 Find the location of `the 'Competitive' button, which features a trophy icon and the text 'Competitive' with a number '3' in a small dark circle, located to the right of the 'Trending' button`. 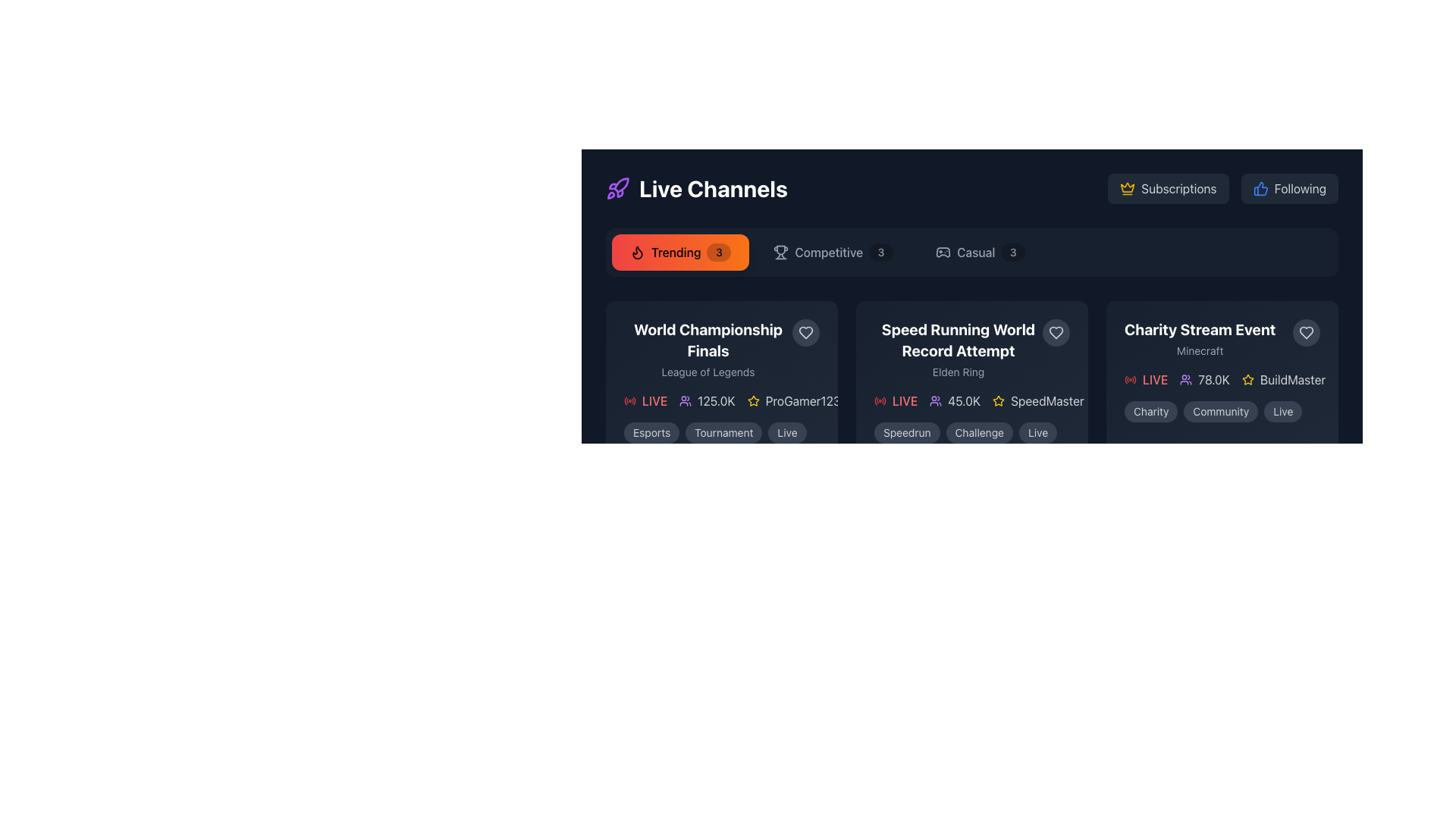

the 'Competitive' button, which features a trophy icon and the text 'Competitive' with a number '3' in a small dark circle, located to the right of the 'Trending' button is located at coordinates (833, 251).